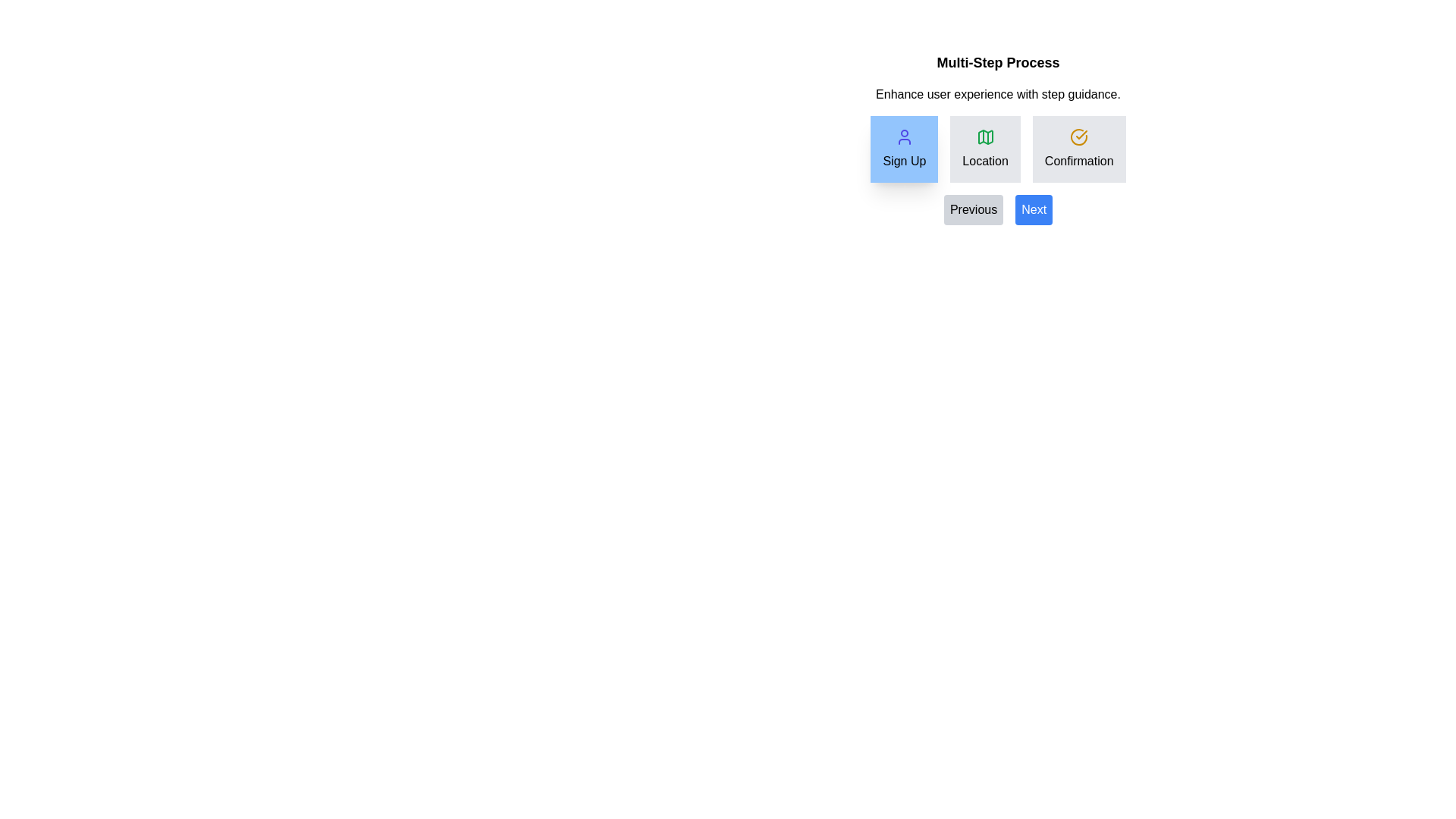  I want to click on the blue rectangular button labeled 'Next', so click(1033, 210).